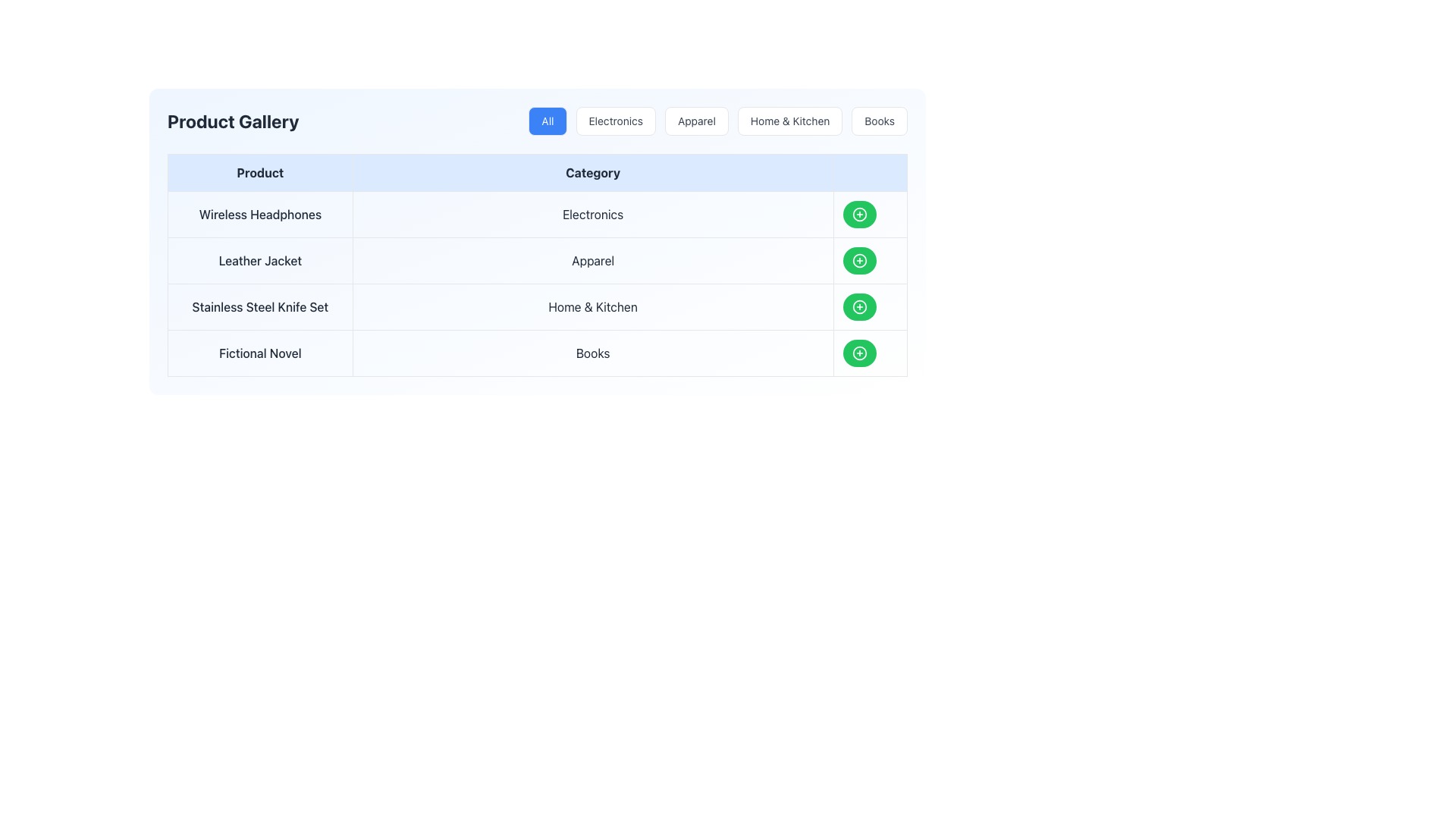 The height and width of the screenshot is (819, 1456). Describe the element at coordinates (859, 214) in the screenshot. I see `the circular green button with a white plus symbol located in the 'Electronics' row of the product listing table` at that location.